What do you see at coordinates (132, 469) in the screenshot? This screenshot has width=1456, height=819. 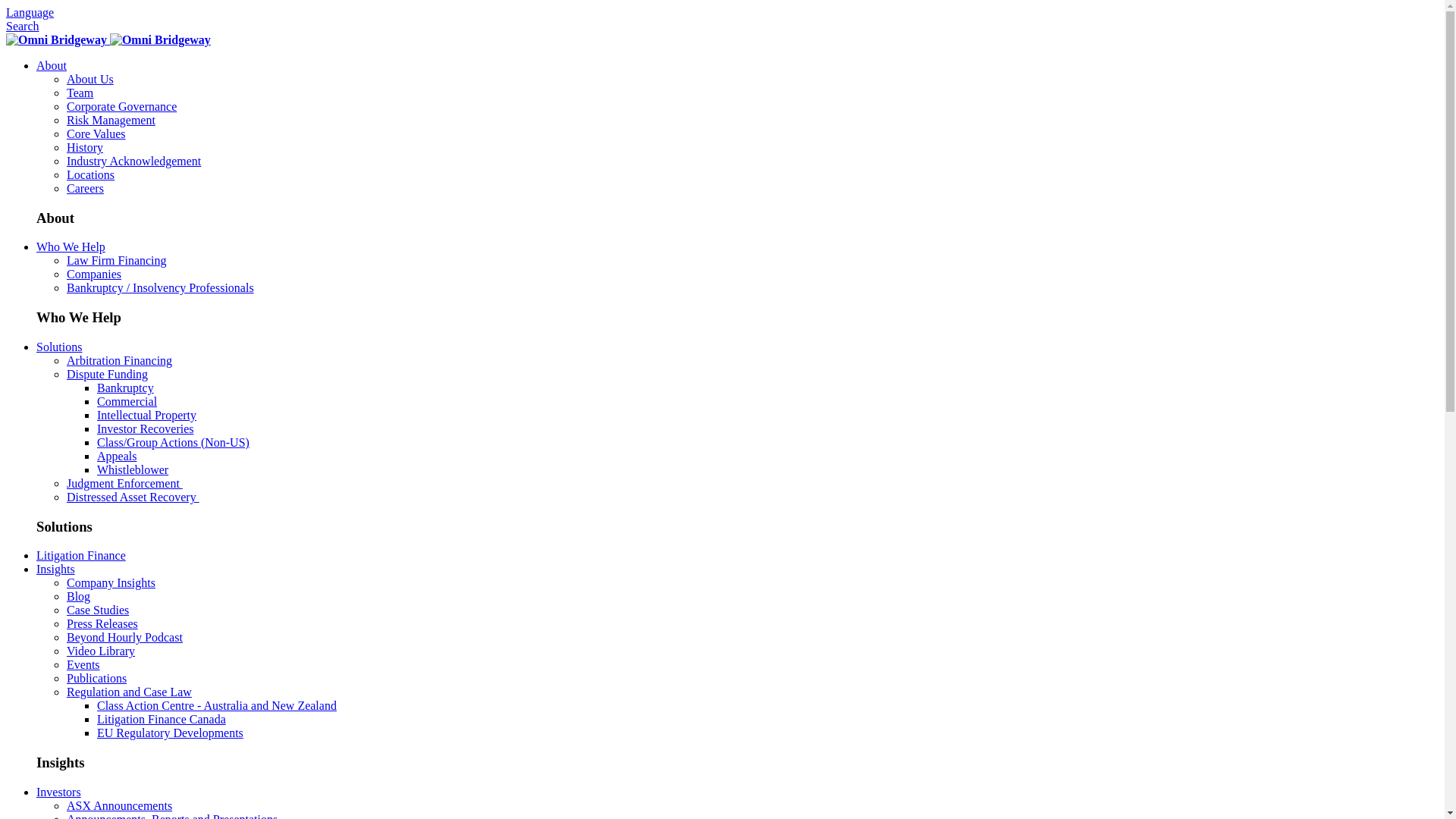 I see `'Whistleblower'` at bounding box center [132, 469].